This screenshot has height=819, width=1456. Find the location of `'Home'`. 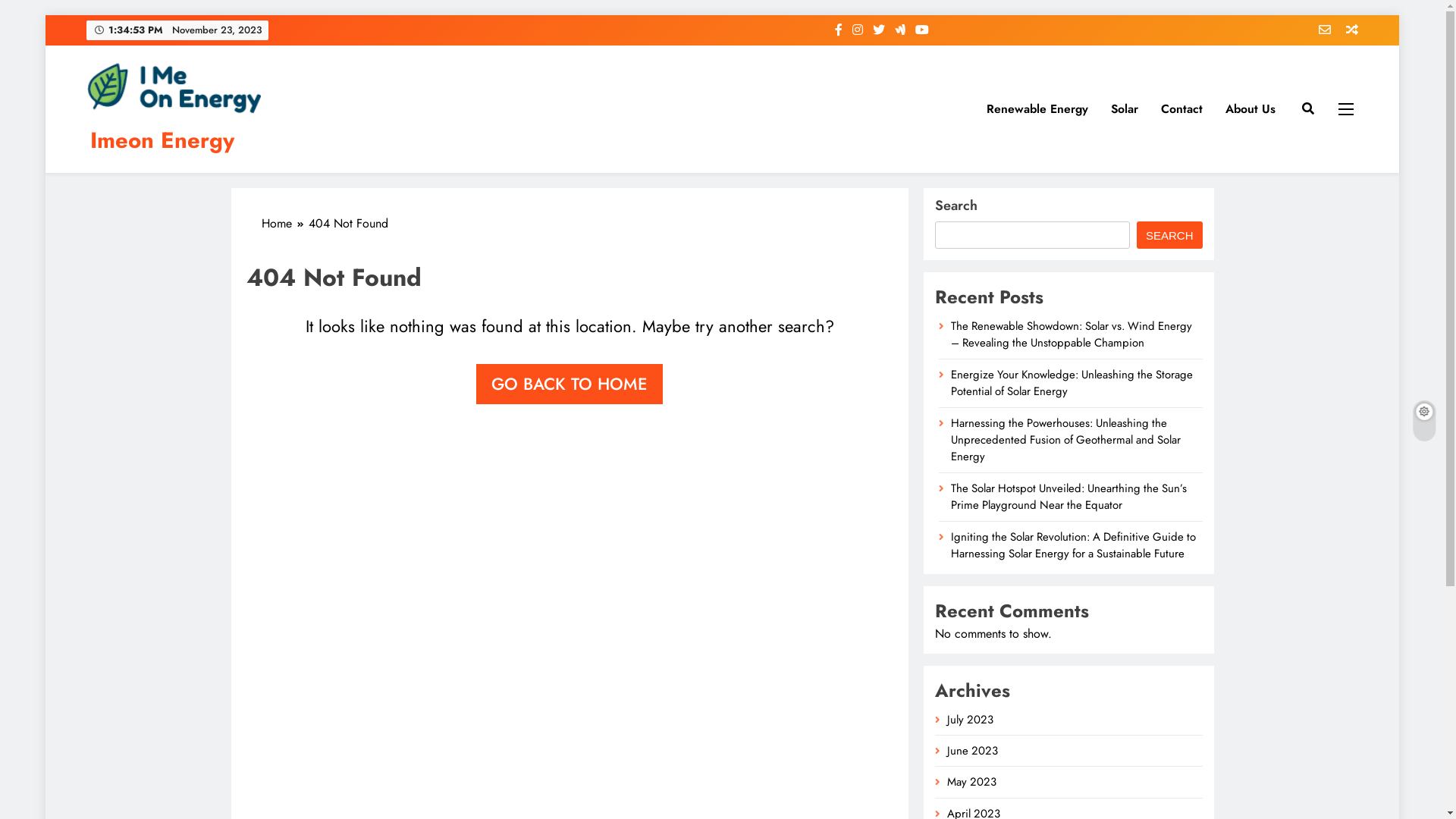

'Home' is located at coordinates (284, 223).